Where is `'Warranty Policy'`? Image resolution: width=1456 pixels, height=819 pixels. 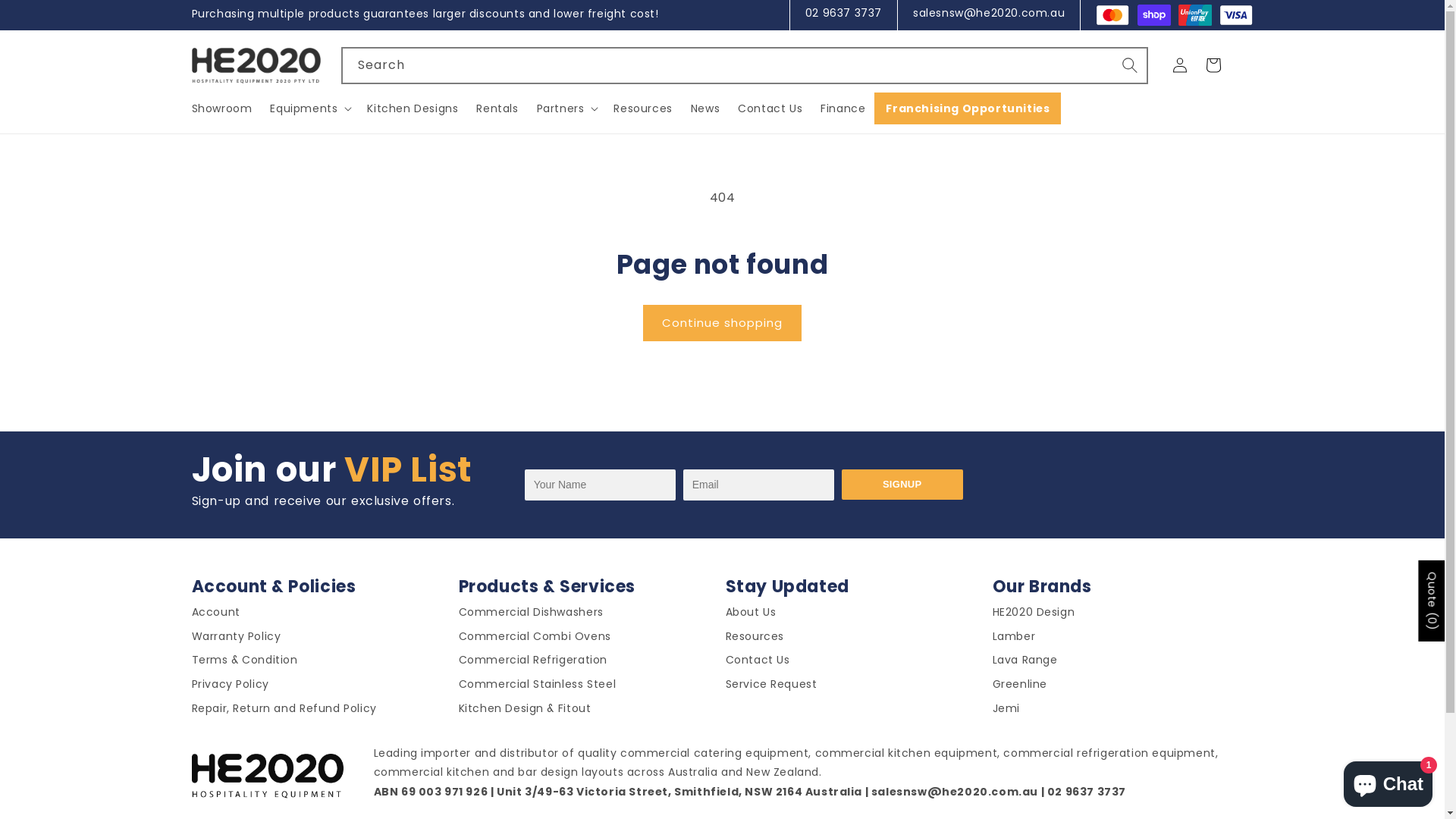 'Warranty Policy' is located at coordinates (190, 639).